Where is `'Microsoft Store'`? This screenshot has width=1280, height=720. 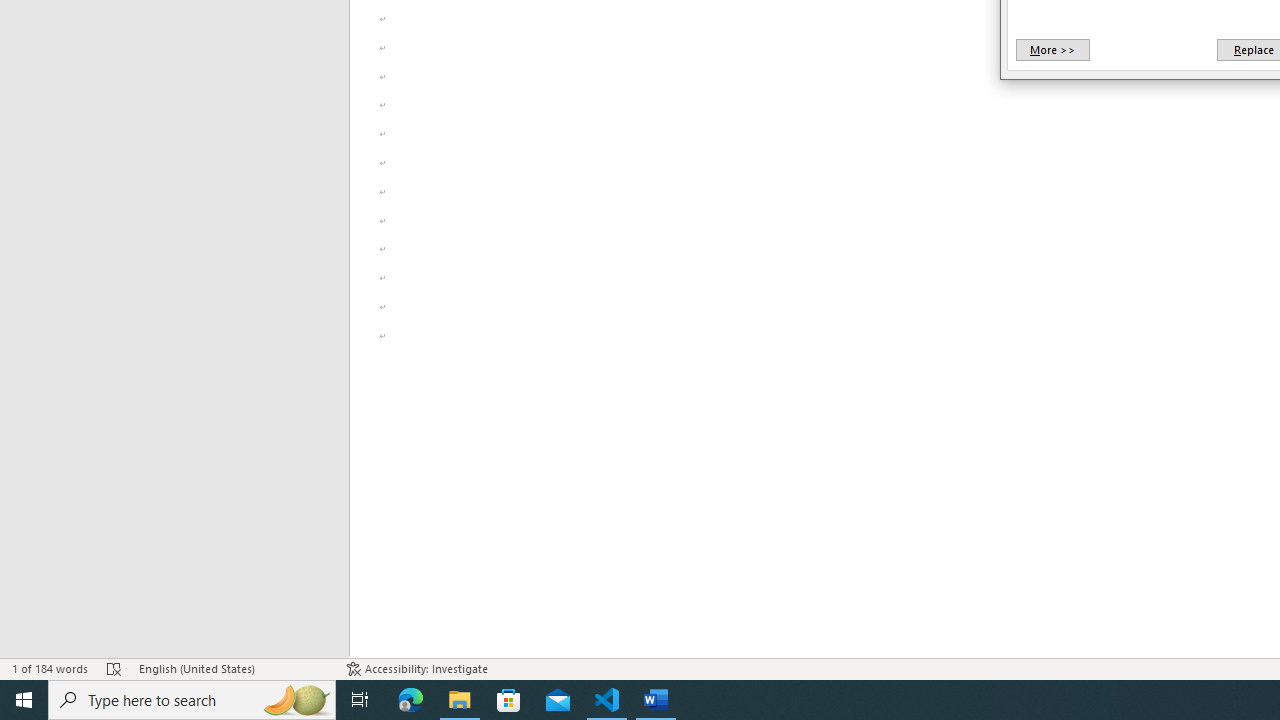 'Microsoft Store' is located at coordinates (509, 698).